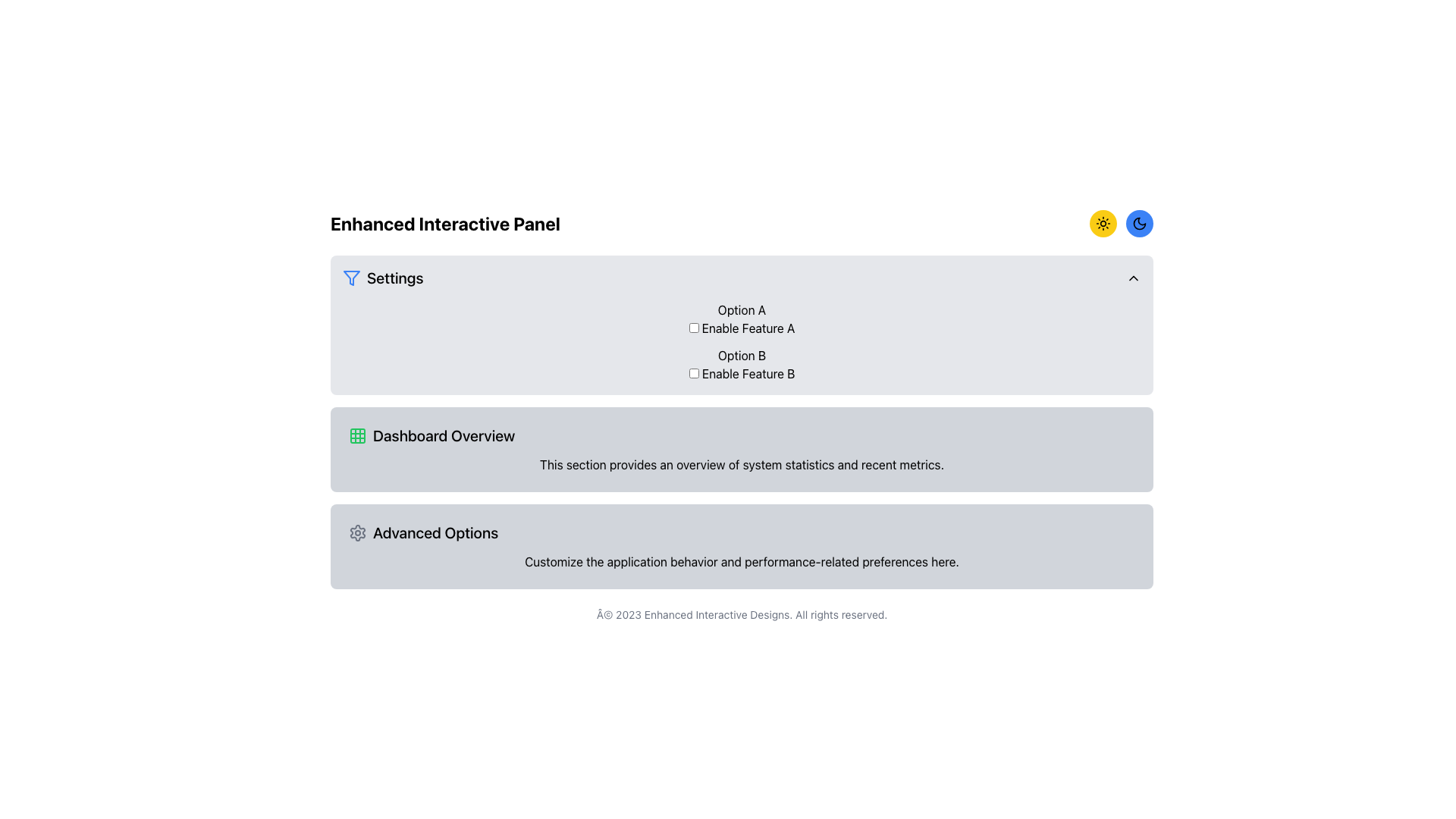 This screenshot has width=1456, height=819. Describe the element at coordinates (742, 356) in the screenshot. I see `the text label that describes the 'Enable Feature B' checkbox, located centrally to the left of the checkbox` at that location.